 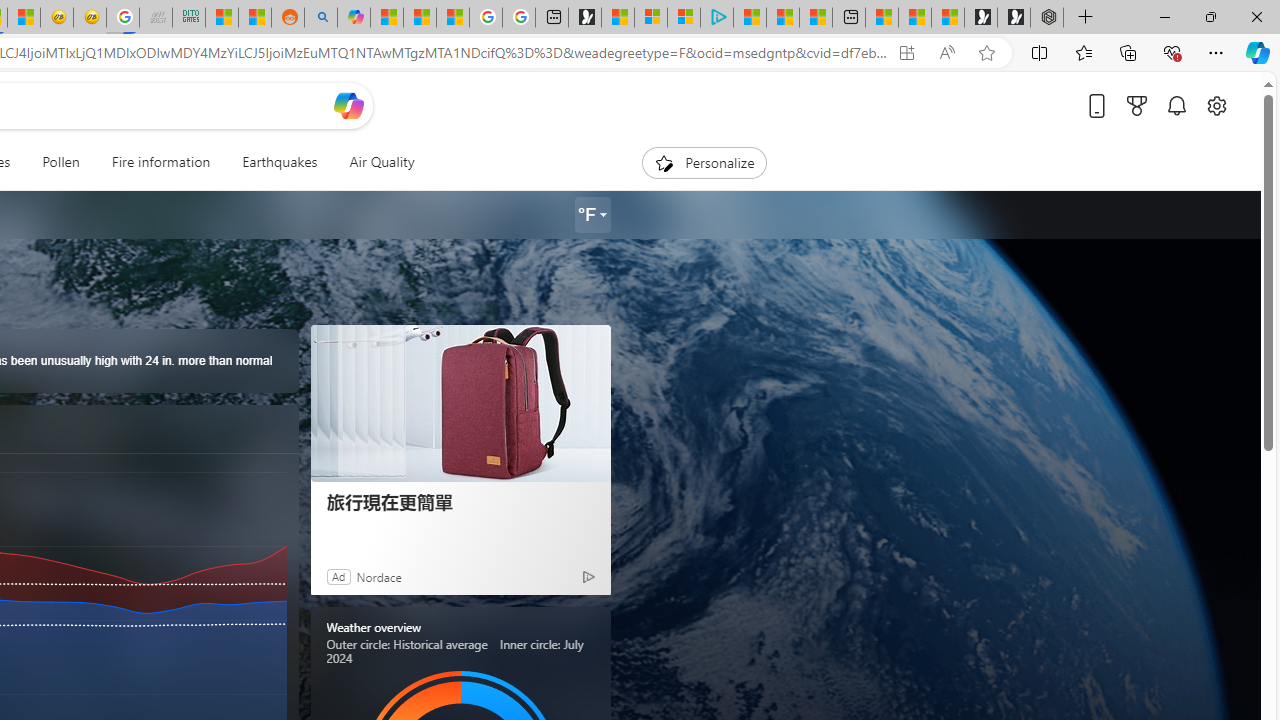 What do you see at coordinates (160, 162) in the screenshot?
I see `'Fire information'` at bounding box center [160, 162].